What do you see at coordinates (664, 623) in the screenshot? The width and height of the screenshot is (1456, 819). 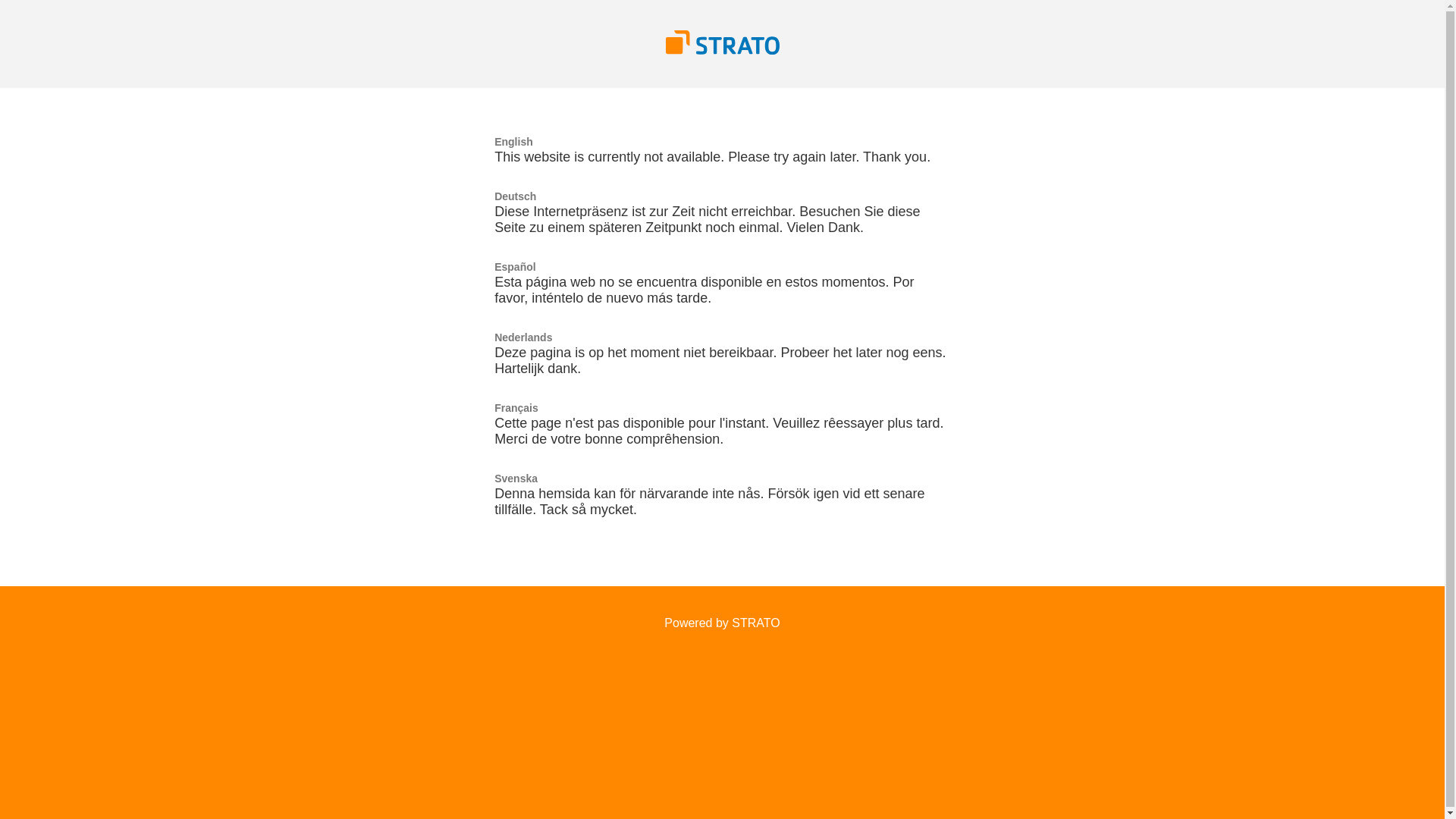 I see `'Powered by STRATO'` at bounding box center [664, 623].